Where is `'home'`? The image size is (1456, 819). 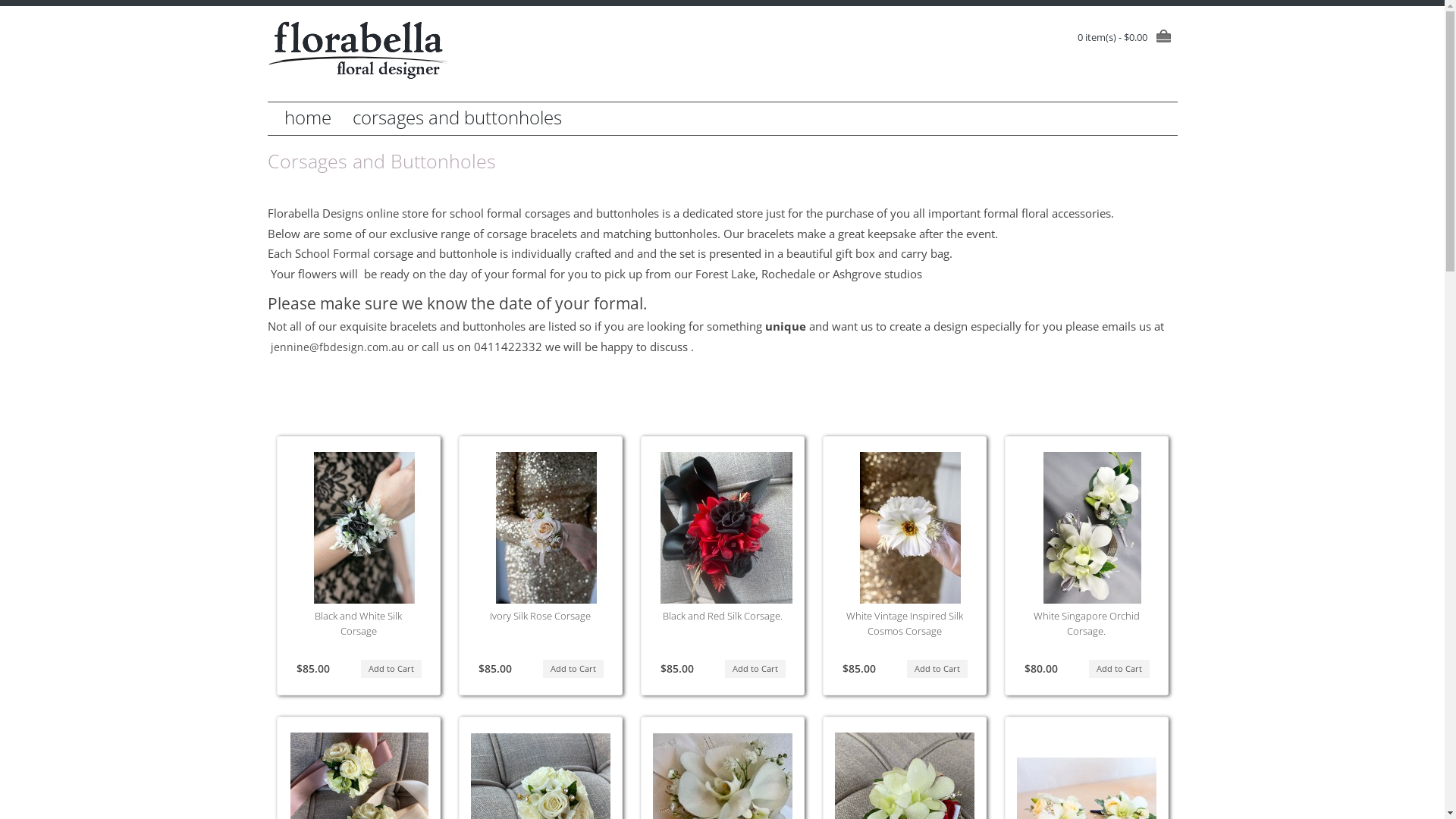 'home' is located at coordinates (306, 116).